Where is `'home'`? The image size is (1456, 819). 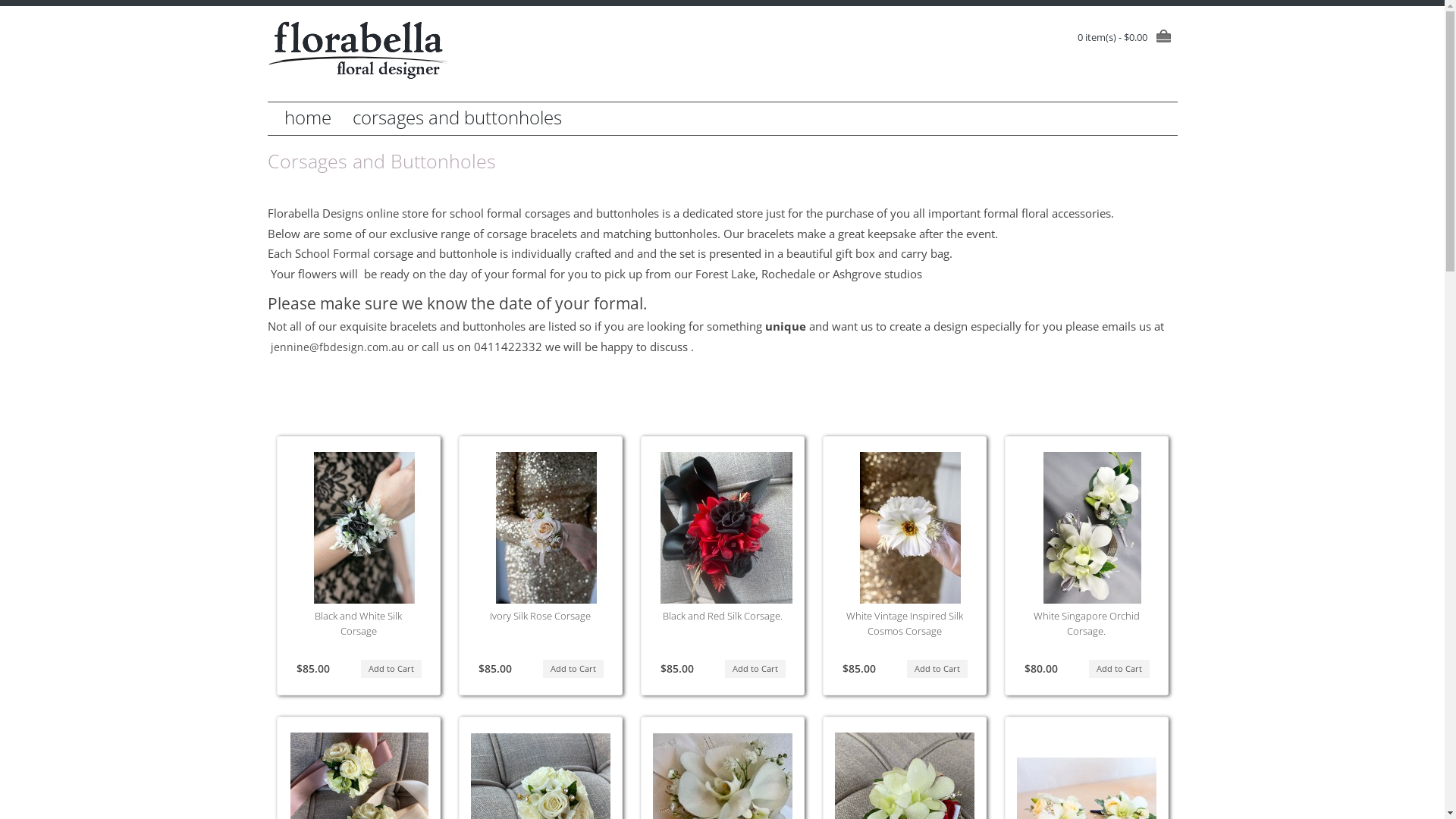 'home' is located at coordinates (306, 116).